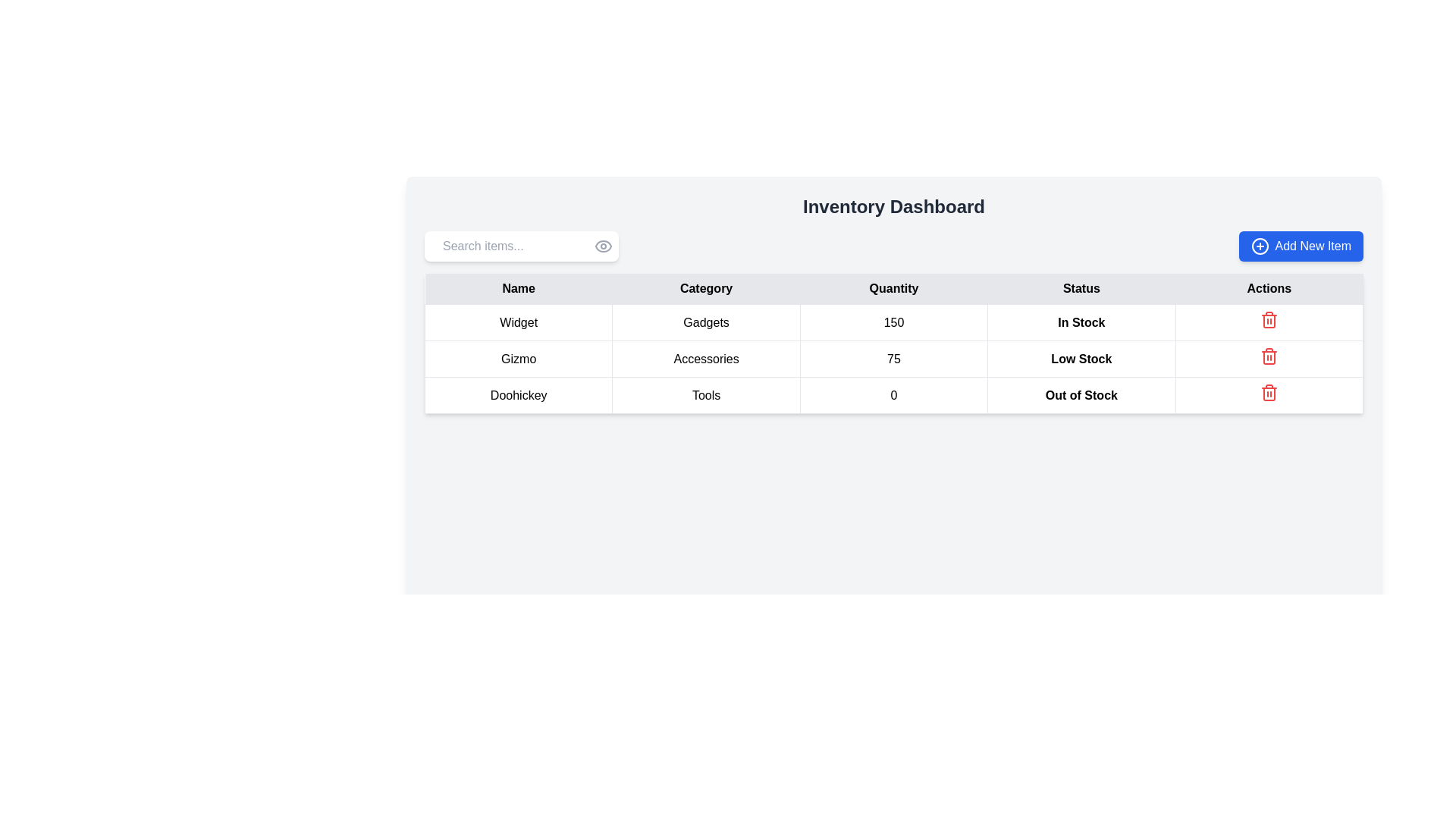 This screenshot has height=819, width=1456. What do you see at coordinates (1260, 245) in the screenshot?
I see `the graphical icon (circle) that represents the 'Add New Item' button, located in the top-right corner of the dashboard interface above the table` at bounding box center [1260, 245].